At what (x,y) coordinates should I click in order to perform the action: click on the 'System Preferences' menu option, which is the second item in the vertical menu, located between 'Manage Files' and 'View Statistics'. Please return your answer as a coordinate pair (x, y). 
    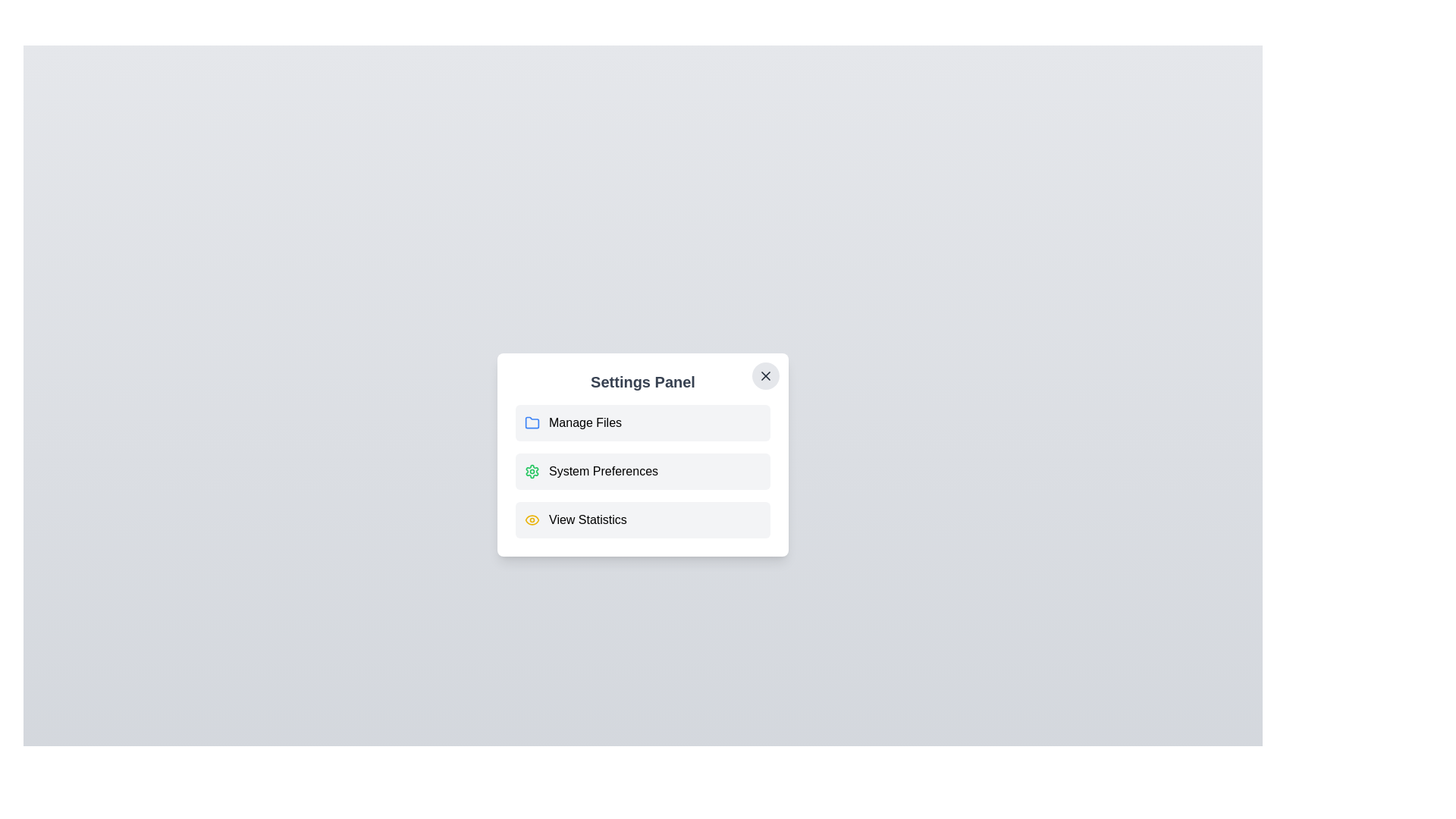
    Looking at the image, I should click on (643, 470).